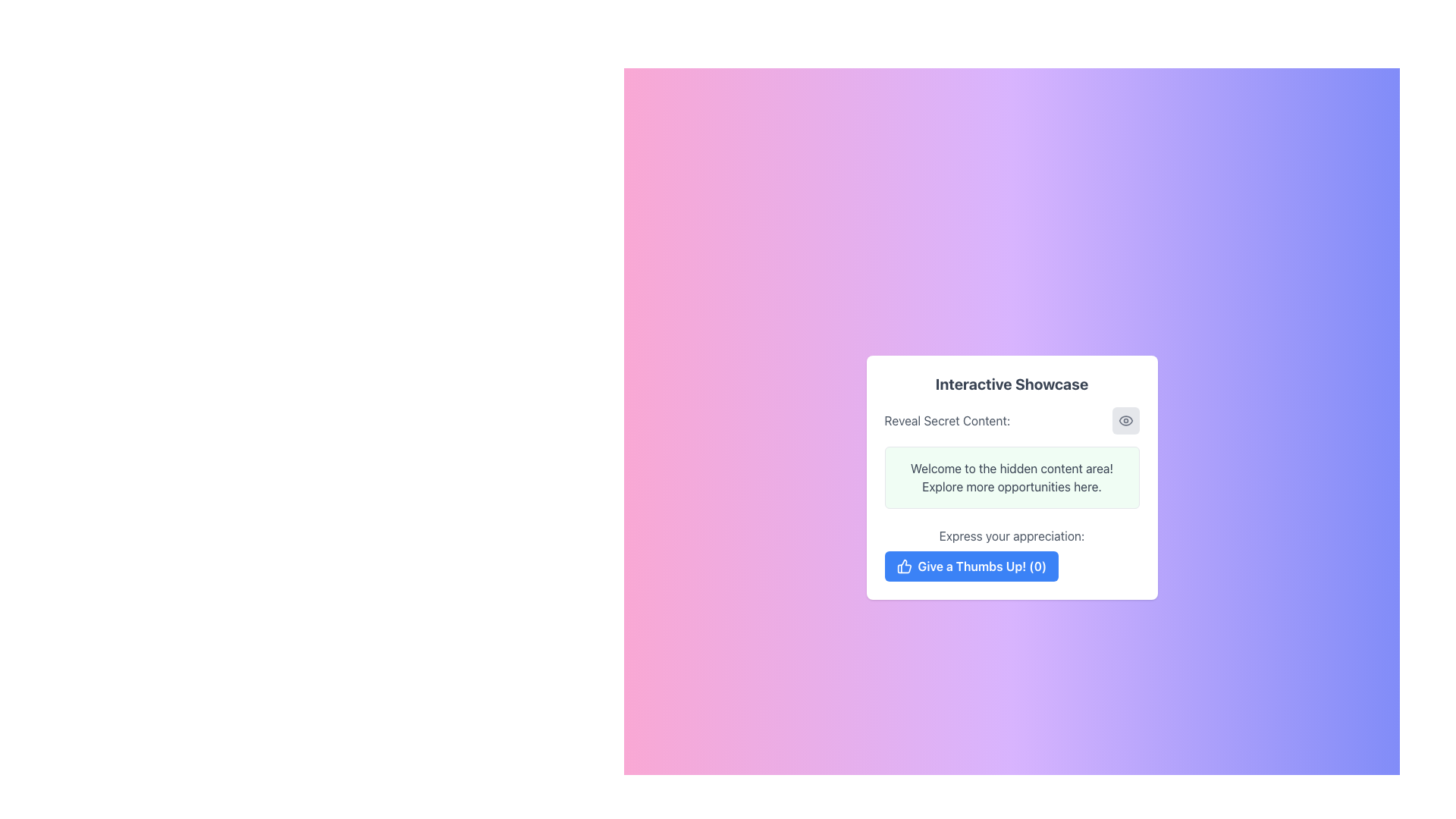 Image resolution: width=1456 pixels, height=819 pixels. What do you see at coordinates (1125, 421) in the screenshot?
I see `the rounded rectangular button with a gray background and an eye icon, located to the right of the text 'Reveal Secret Content:'` at bounding box center [1125, 421].